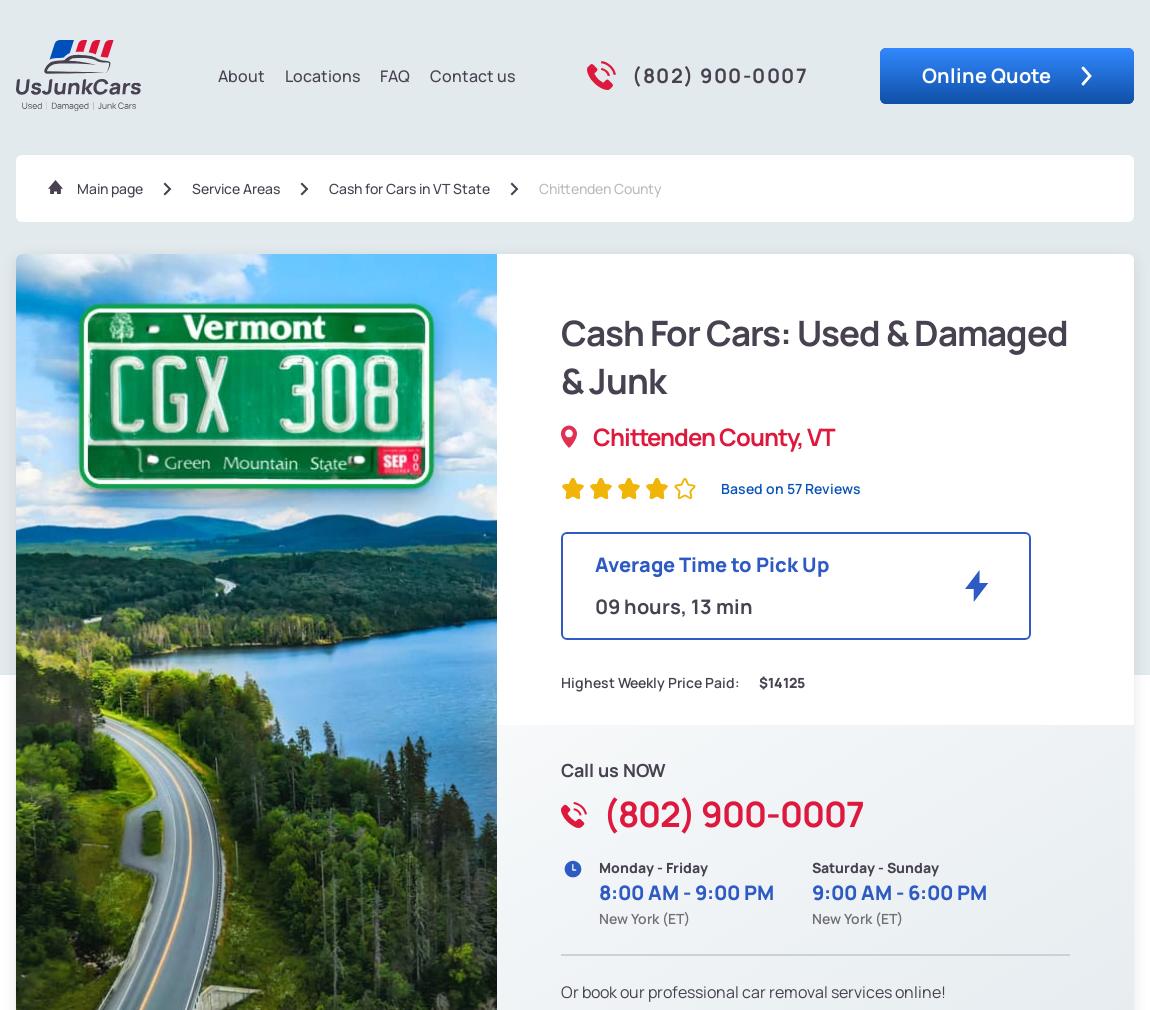 This screenshot has width=1150, height=1010. What do you see at coordinates (712, 435) in the screenshot?
I see `'Chittenden County, VT'` at bounding box center [712, 435].